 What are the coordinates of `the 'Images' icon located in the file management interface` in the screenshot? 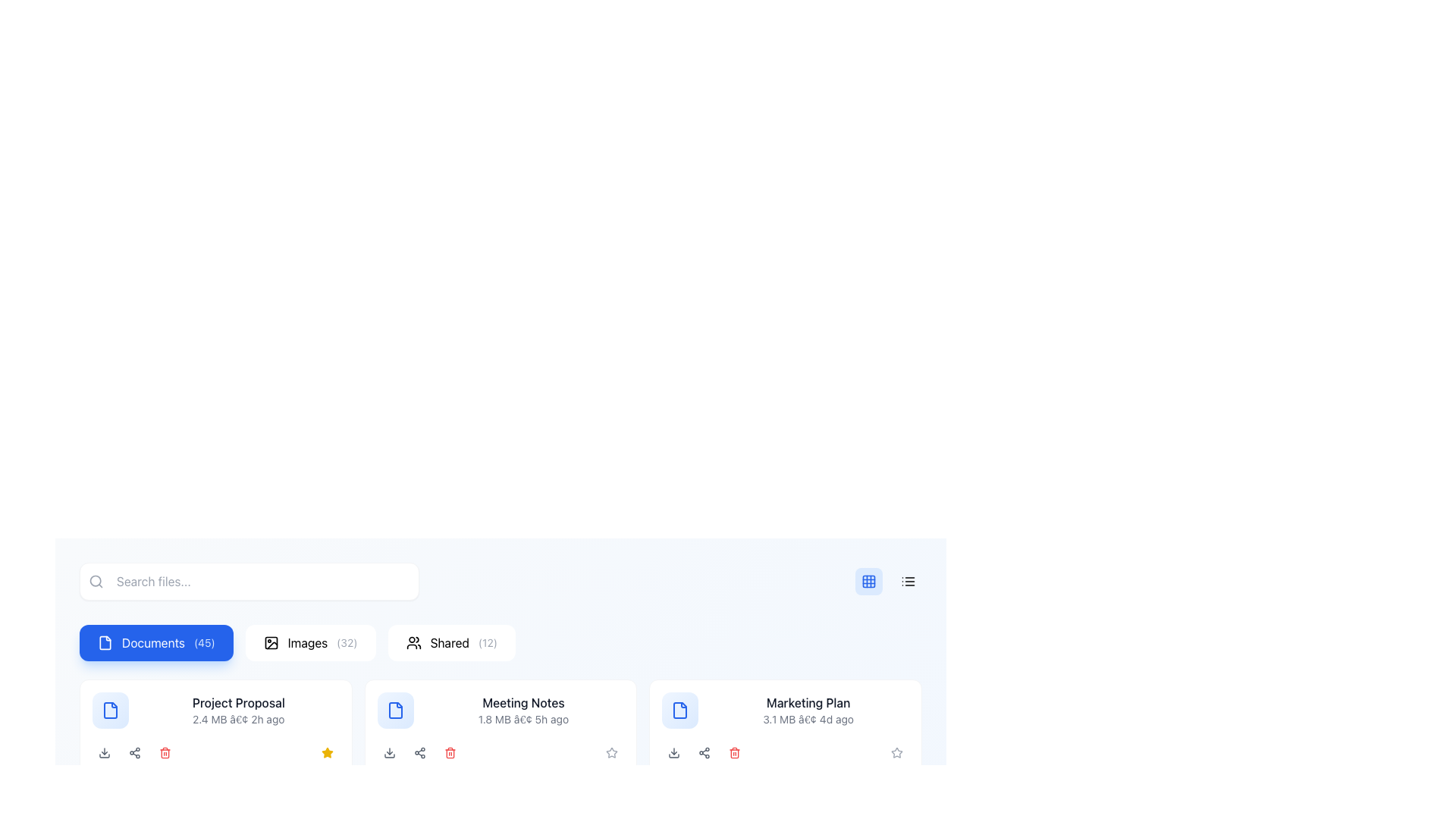 It's located at (271, 643).